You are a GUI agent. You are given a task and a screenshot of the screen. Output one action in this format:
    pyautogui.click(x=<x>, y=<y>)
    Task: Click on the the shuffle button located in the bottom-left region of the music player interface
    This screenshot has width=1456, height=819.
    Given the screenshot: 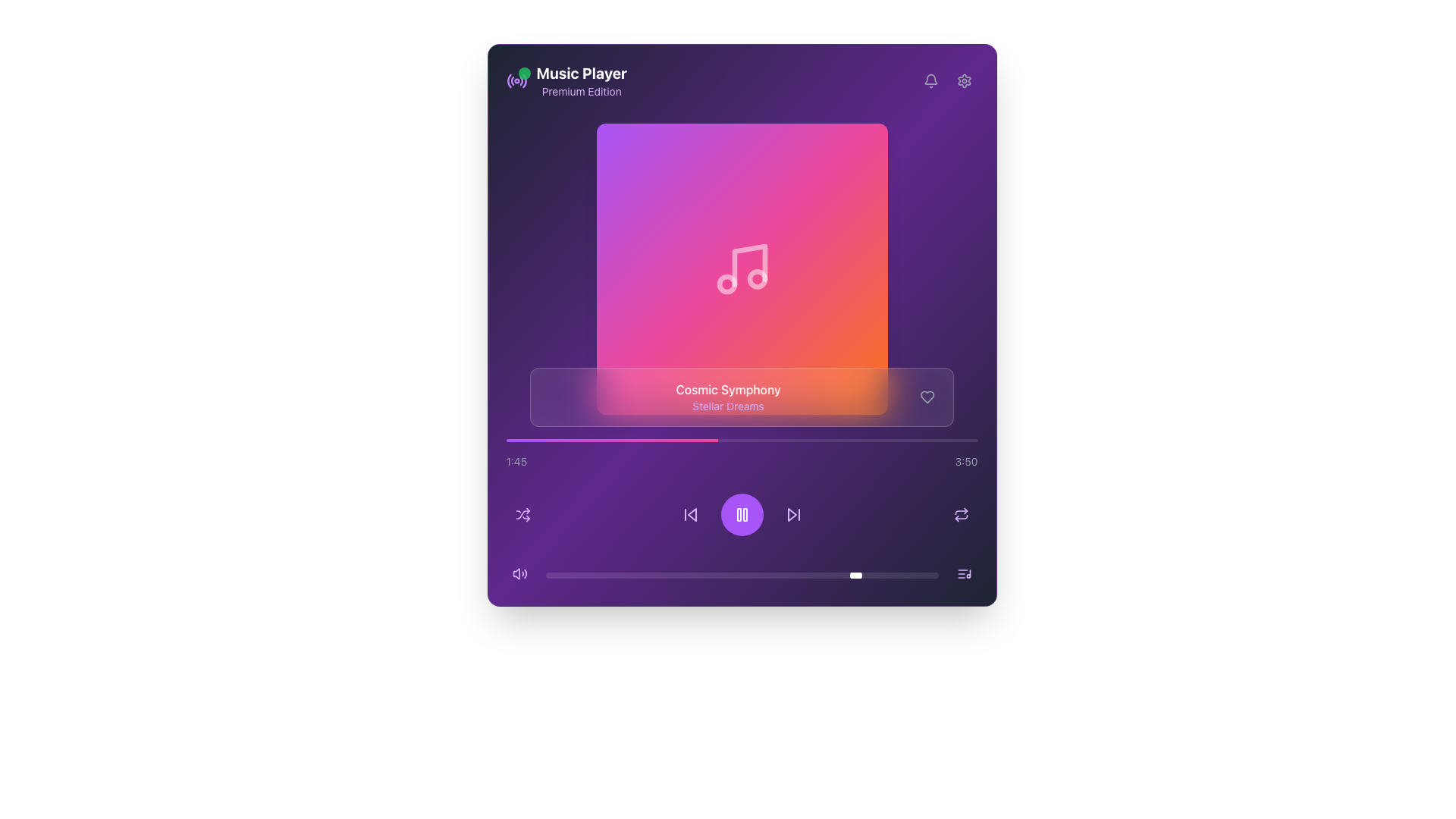 What is the action you would take?
    pyautogui.click(x=522, y=513)
    